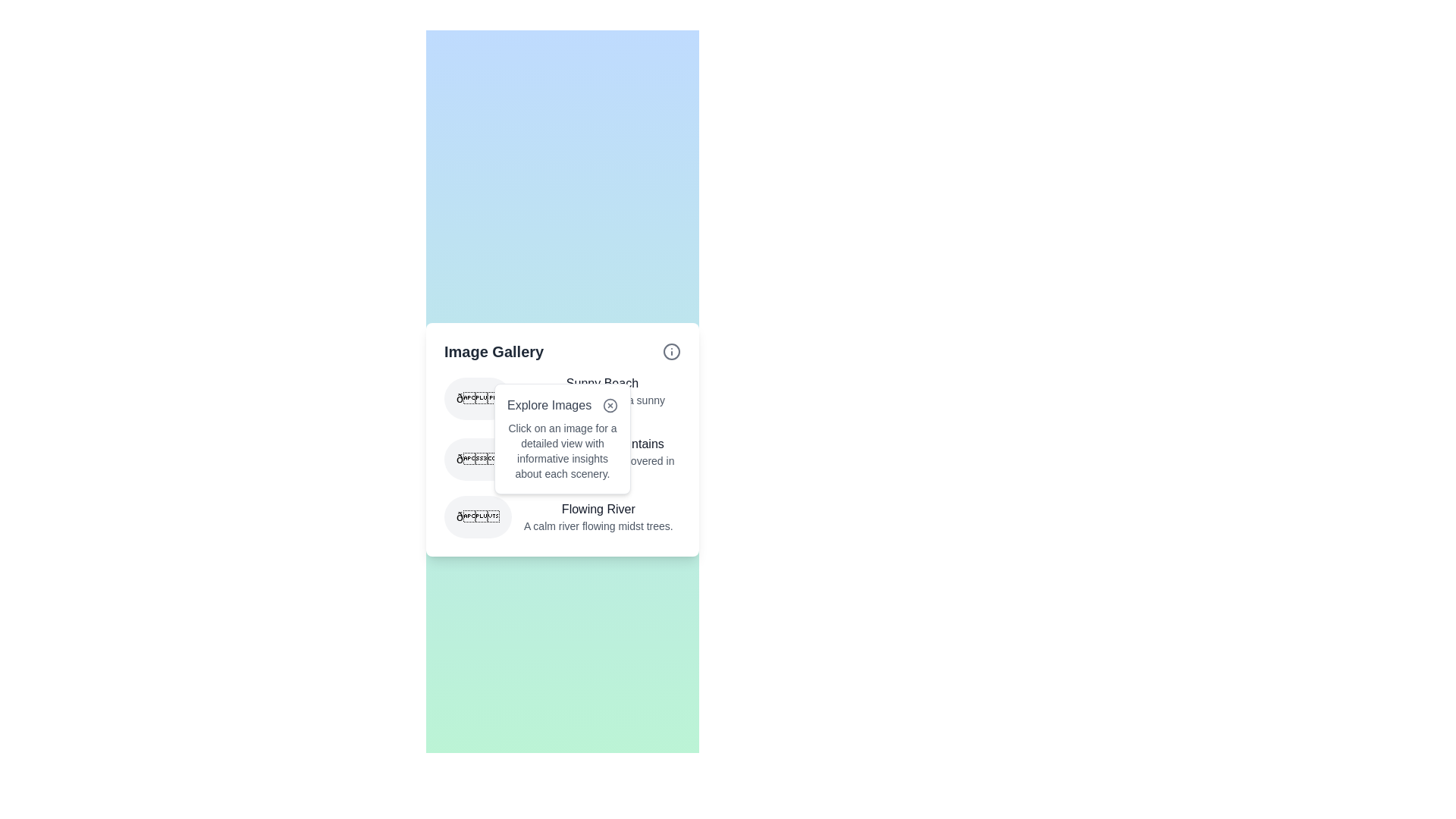  I want to click on the Text label that serves as the title for the 'Flowing River' section, located at the center bottom of the card in the 'Image Gallery' section, so click(598, 509).